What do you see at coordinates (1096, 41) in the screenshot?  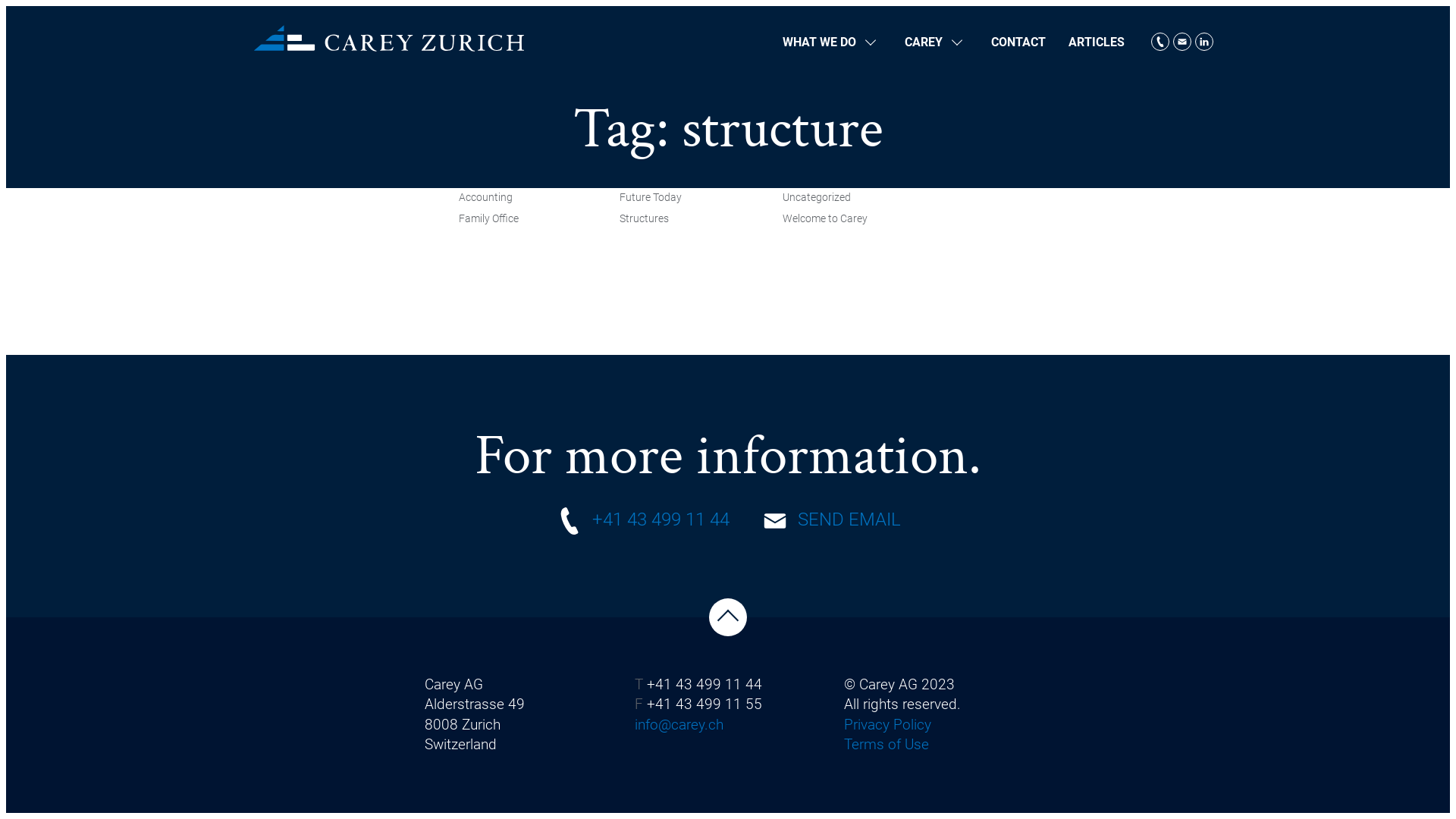 I see `'ARTICLES'` at bounding box center [1096, 41].